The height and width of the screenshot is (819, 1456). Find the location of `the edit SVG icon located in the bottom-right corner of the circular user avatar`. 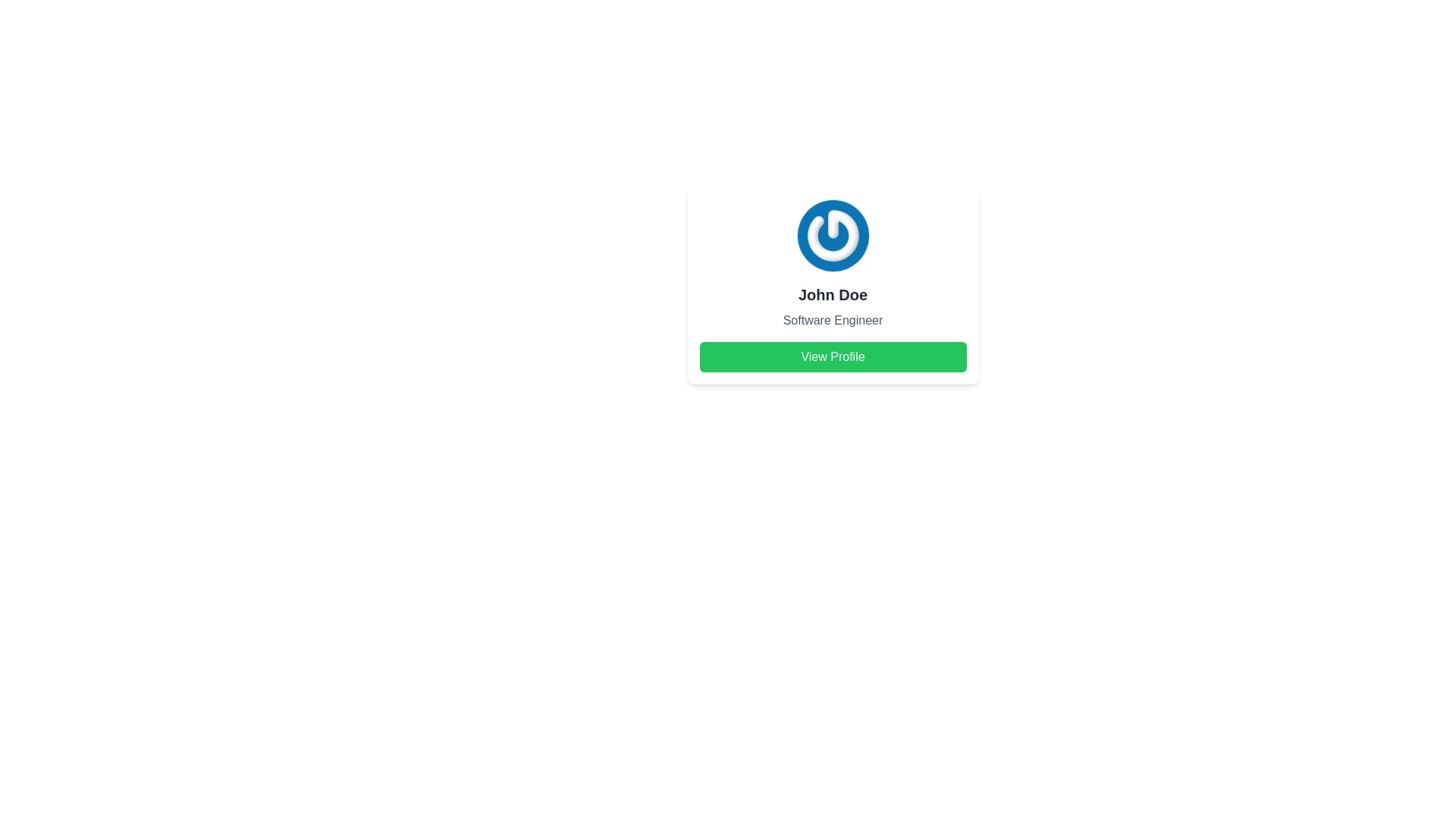

the edit SVG icon located in the bottom-right corner of the circular user avatar is located at coordinates (858, 260).